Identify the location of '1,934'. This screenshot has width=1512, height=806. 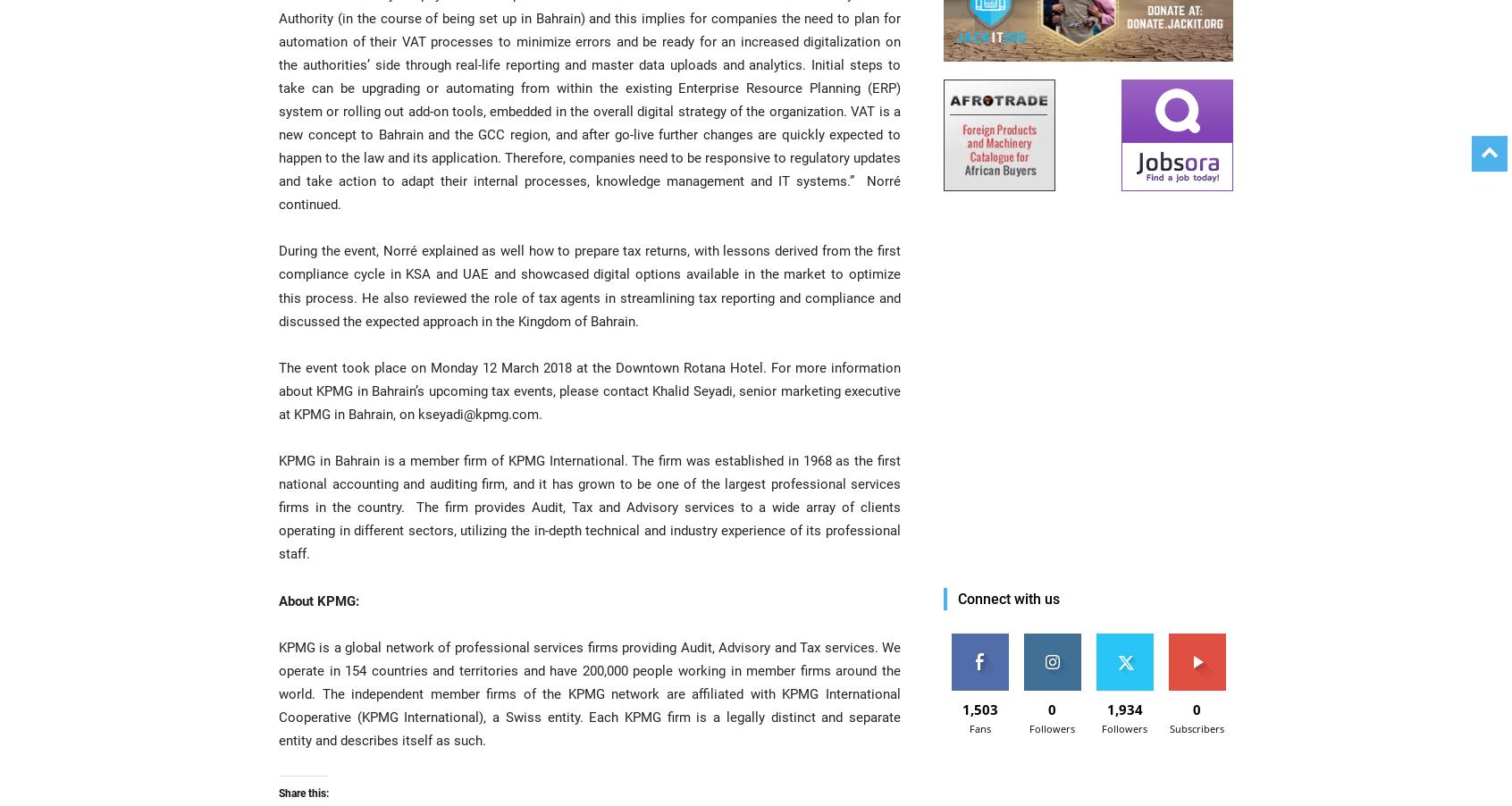
(1124, 709).